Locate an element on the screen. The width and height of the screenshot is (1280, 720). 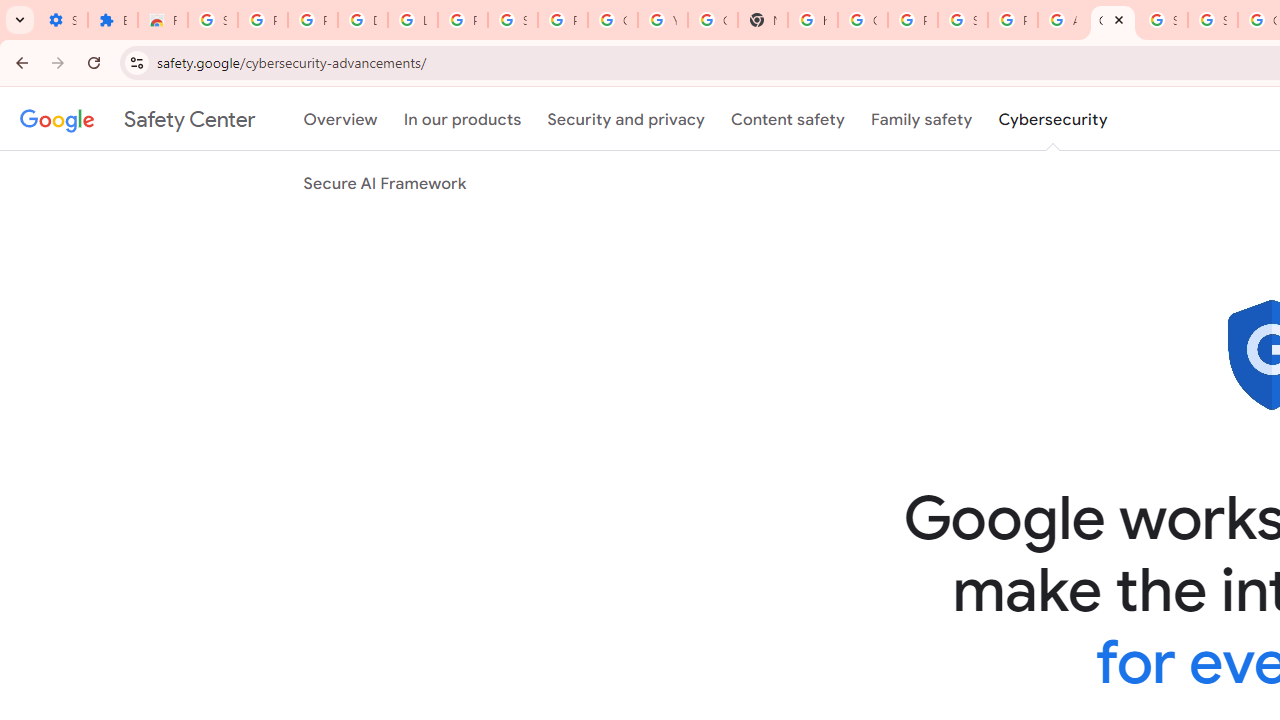
'Google Cybersecurity Innovations - Google Safety Center' is located at coordinates (1111, 20).